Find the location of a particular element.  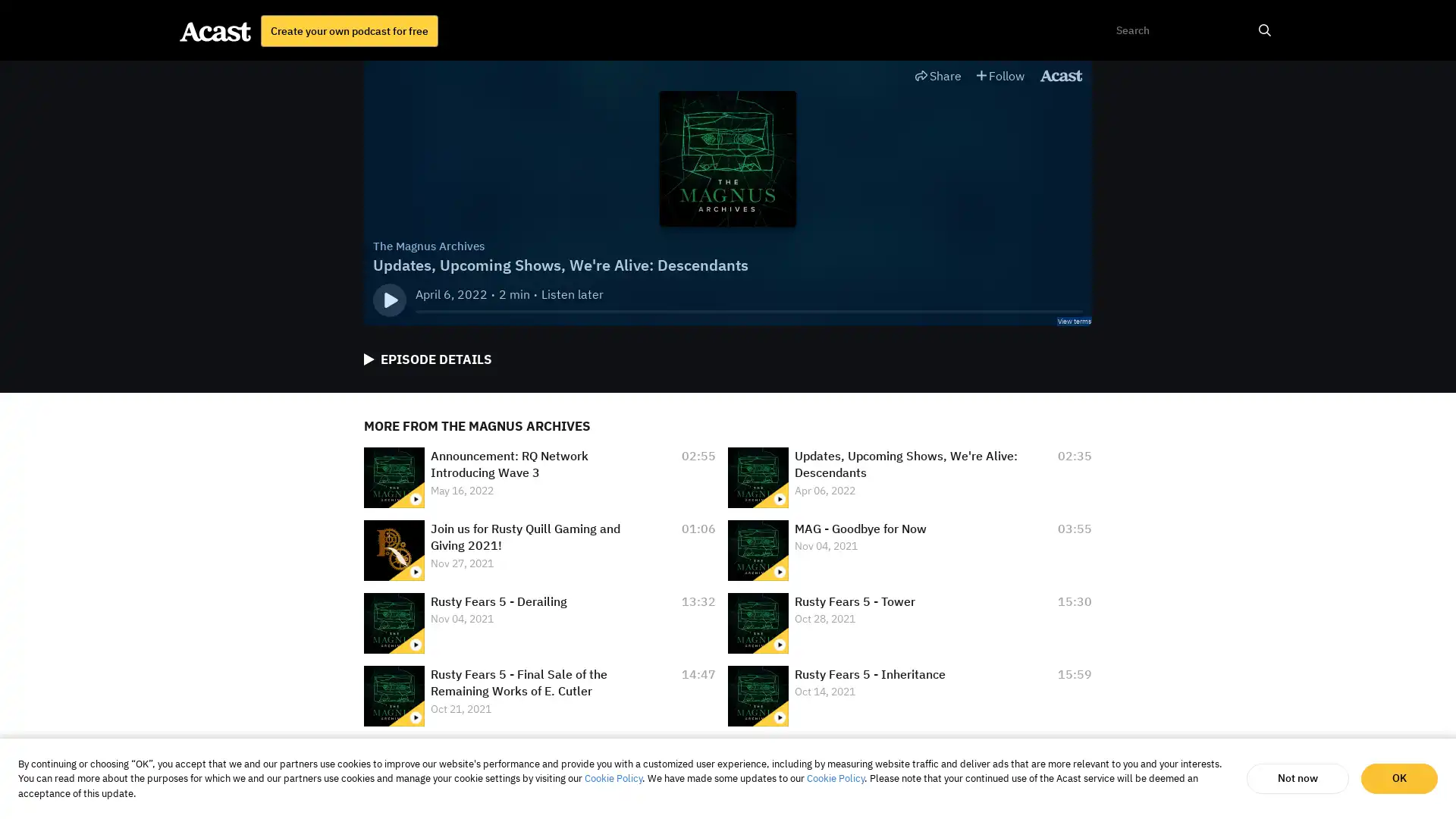

OK is located at coordinates (1398, 778).